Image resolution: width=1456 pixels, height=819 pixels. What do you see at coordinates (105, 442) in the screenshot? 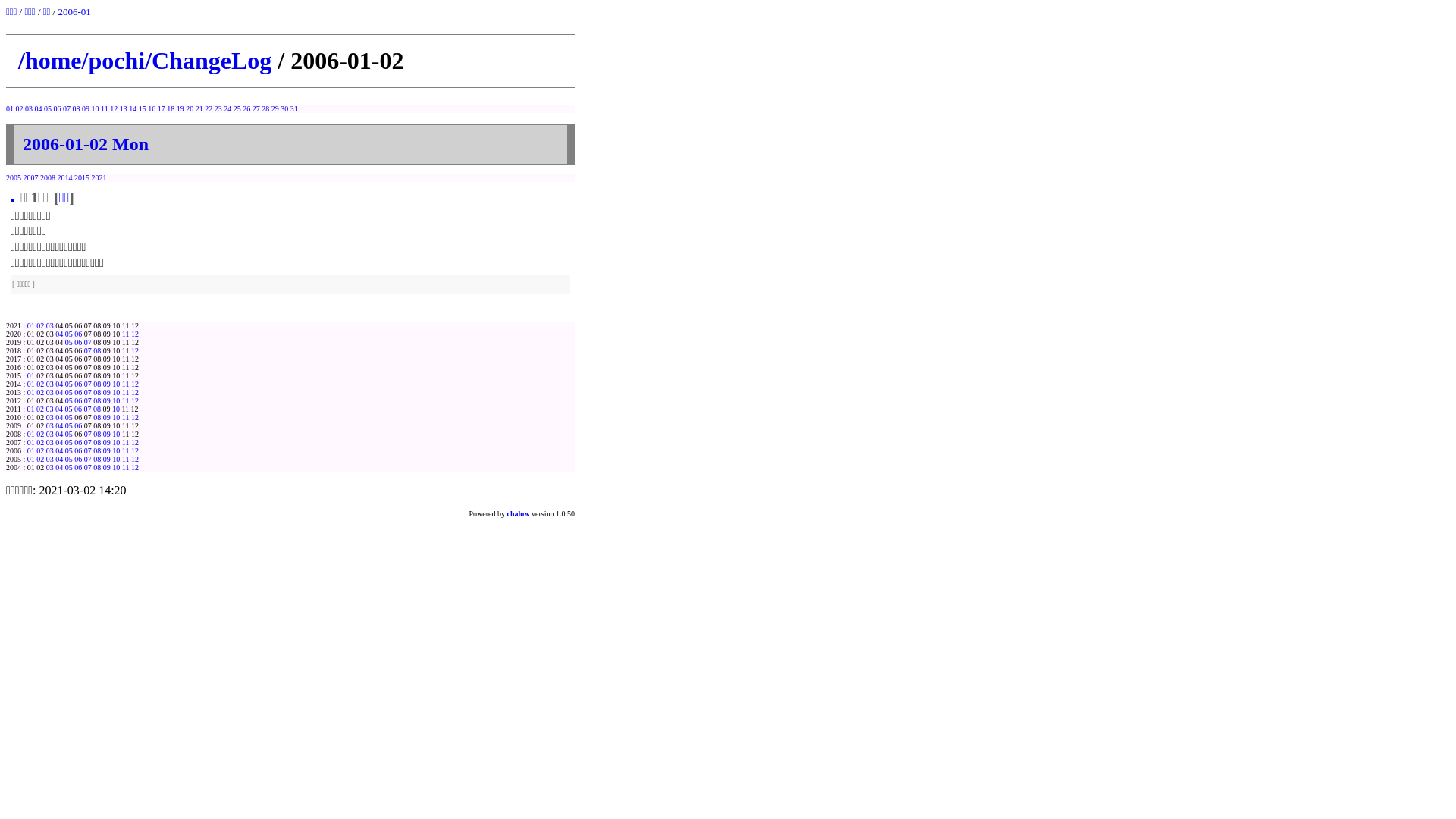
I see `'09'` at bounding box center [105, 442].